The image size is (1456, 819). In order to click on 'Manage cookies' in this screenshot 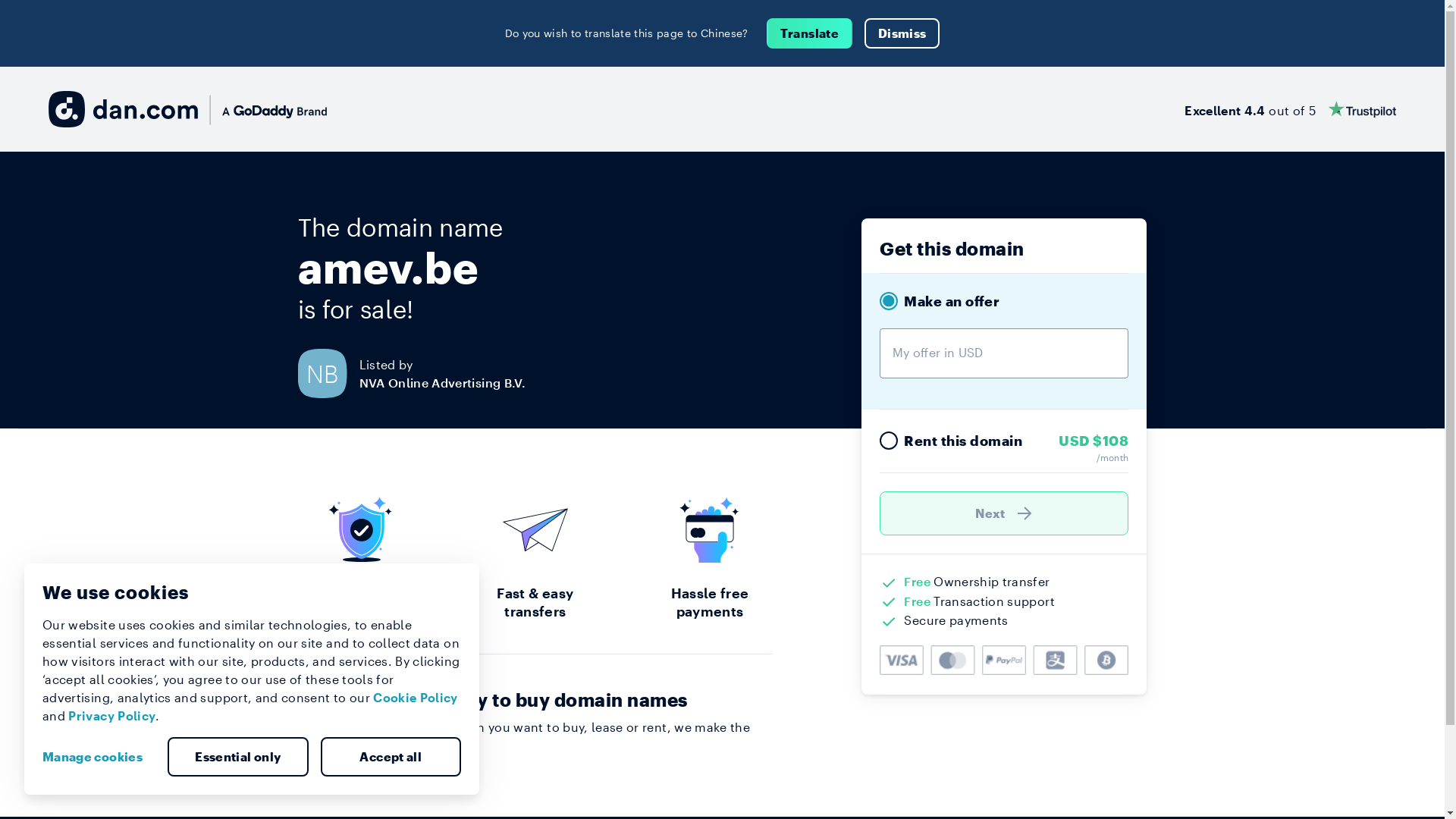, I will do `click(97, 757)`.